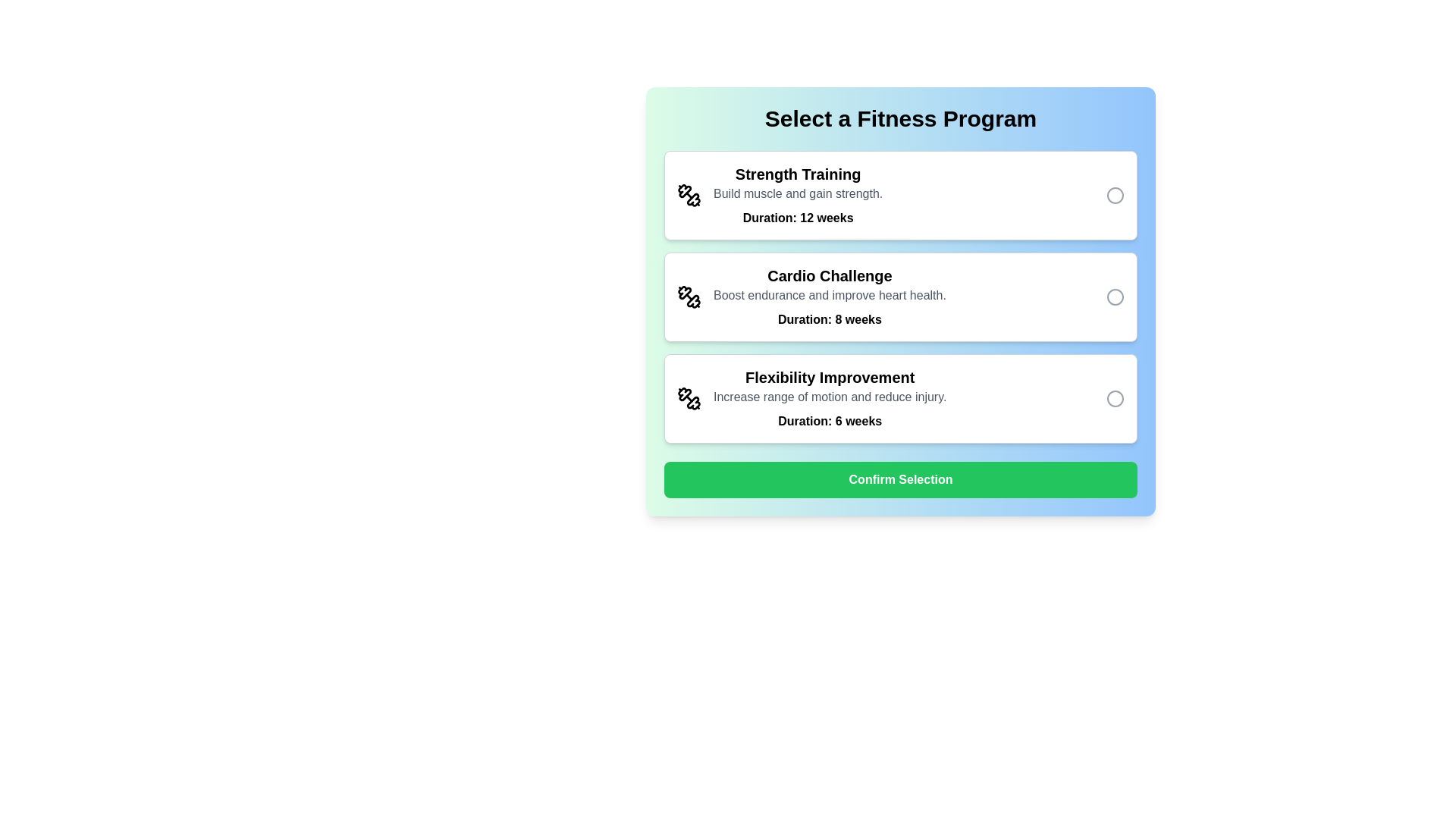  What do you see at coordinates (829, 297) in the screenshot?
I see `the Information Panel displaying 'Cardio Challenge' with descriptive text about endurance and heart health, located in the second position of the fitness program card list` at bounding box center [829, 297].